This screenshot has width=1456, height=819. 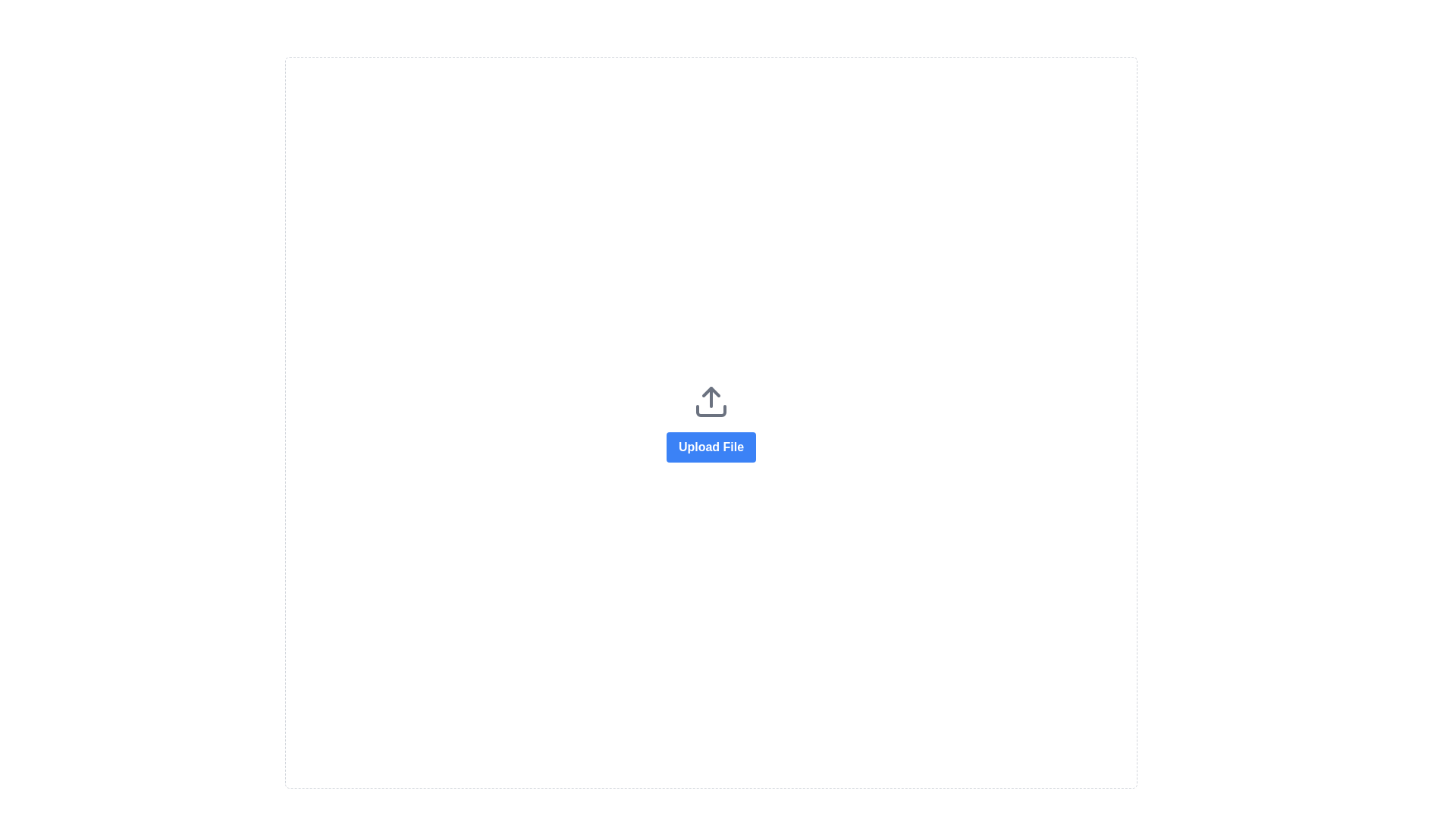 What do you see at coordinates (710, 410) in the screenshot?
I see `the visual representation of the Icon component that serves as the tray part of the upload icon, positioned centrally below the upward-pointing arrow` at bounding box center [710, 410].